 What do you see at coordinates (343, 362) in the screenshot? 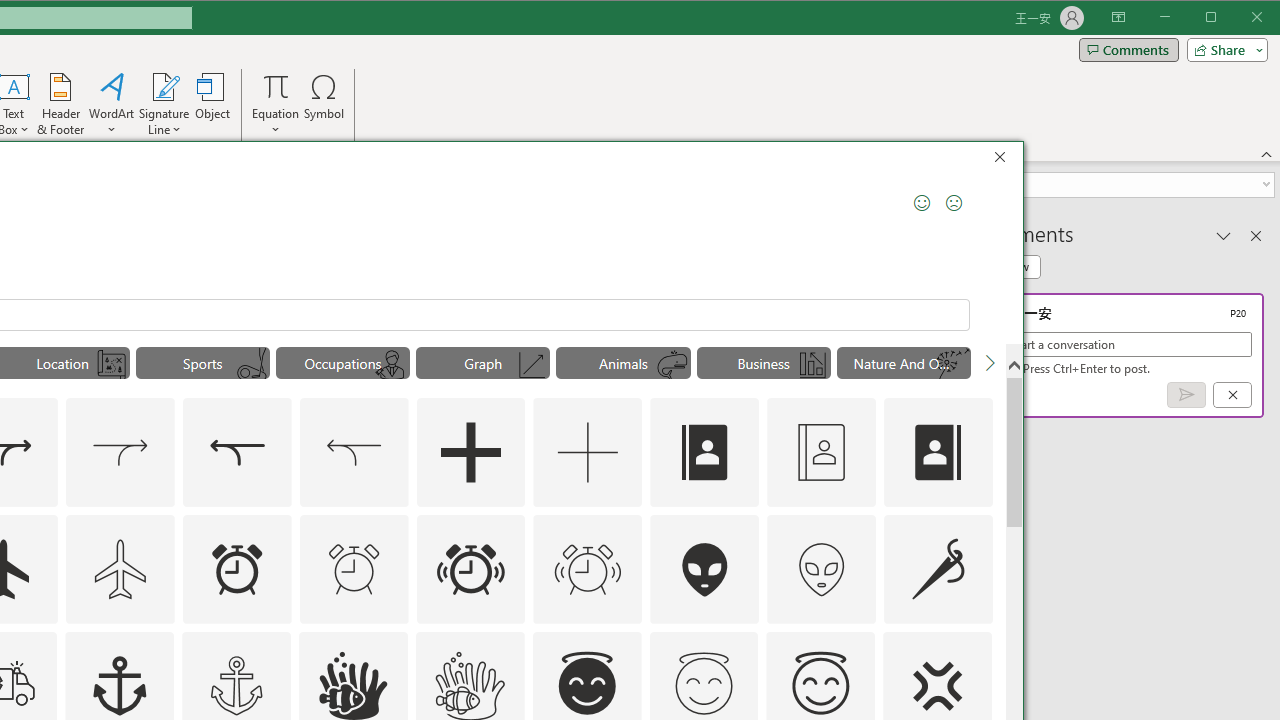
I see `'"Occupations" Icons.'` at bounding box center [343, 362].